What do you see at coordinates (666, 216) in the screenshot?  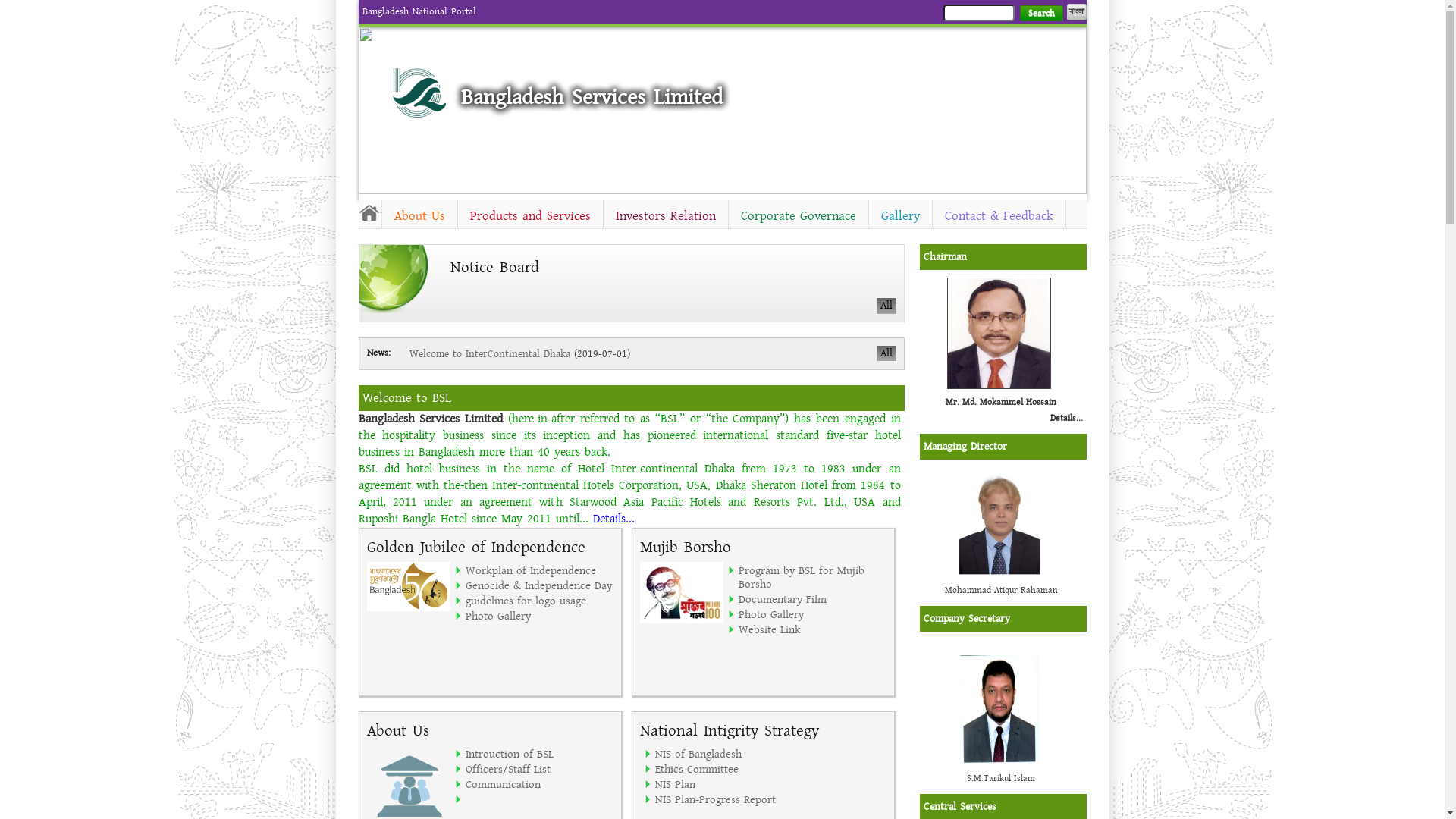 I see `'Investors Relation'` at bounding box center [666, 216].